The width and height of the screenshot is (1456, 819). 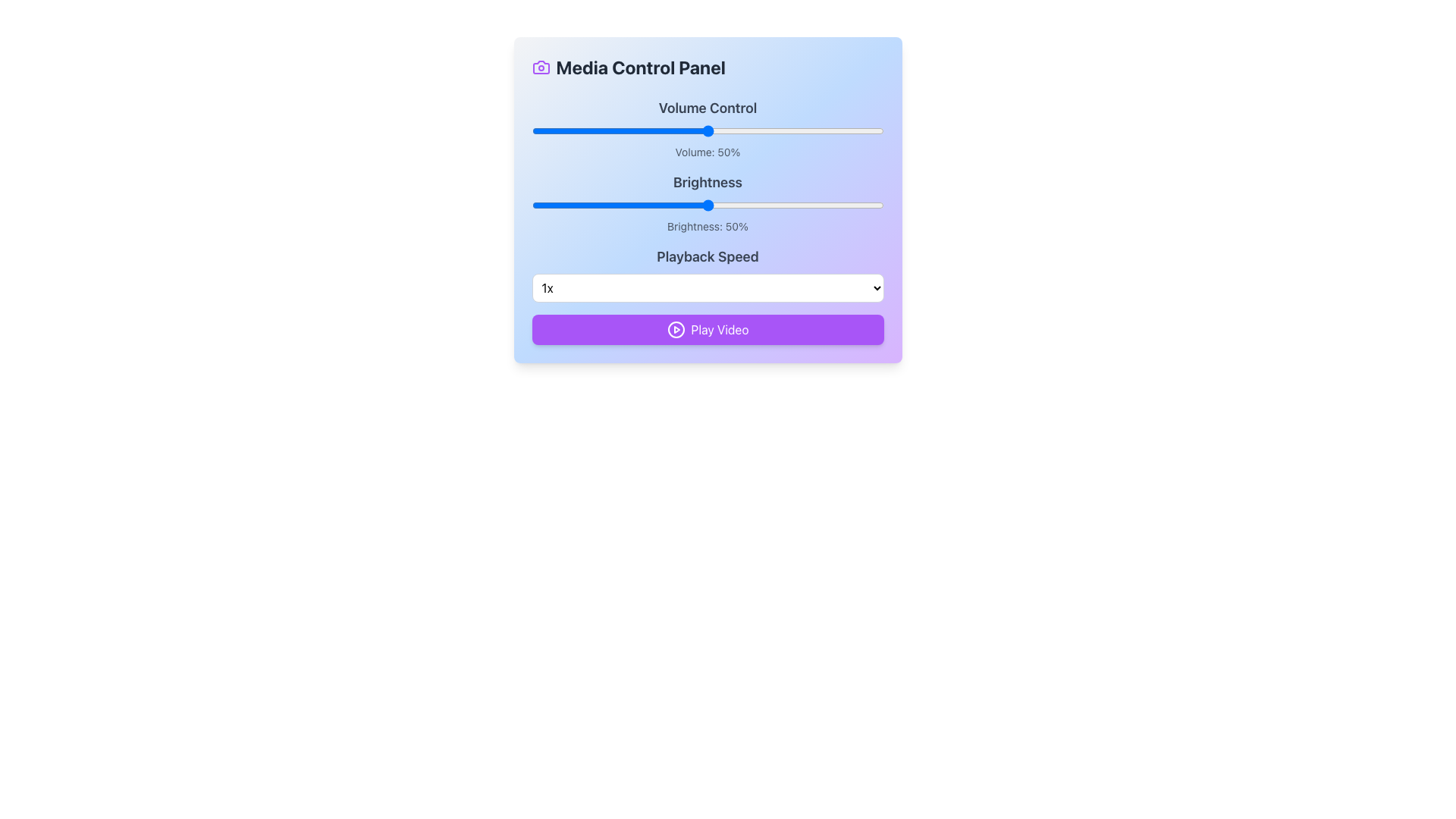 What do you see at coordinates (675, 329) in the screenshot?
I see `the circular play icon with a triangular arrow, which is centrally aligned inside the 'Play Video' button` at bounding box center [675, 329].